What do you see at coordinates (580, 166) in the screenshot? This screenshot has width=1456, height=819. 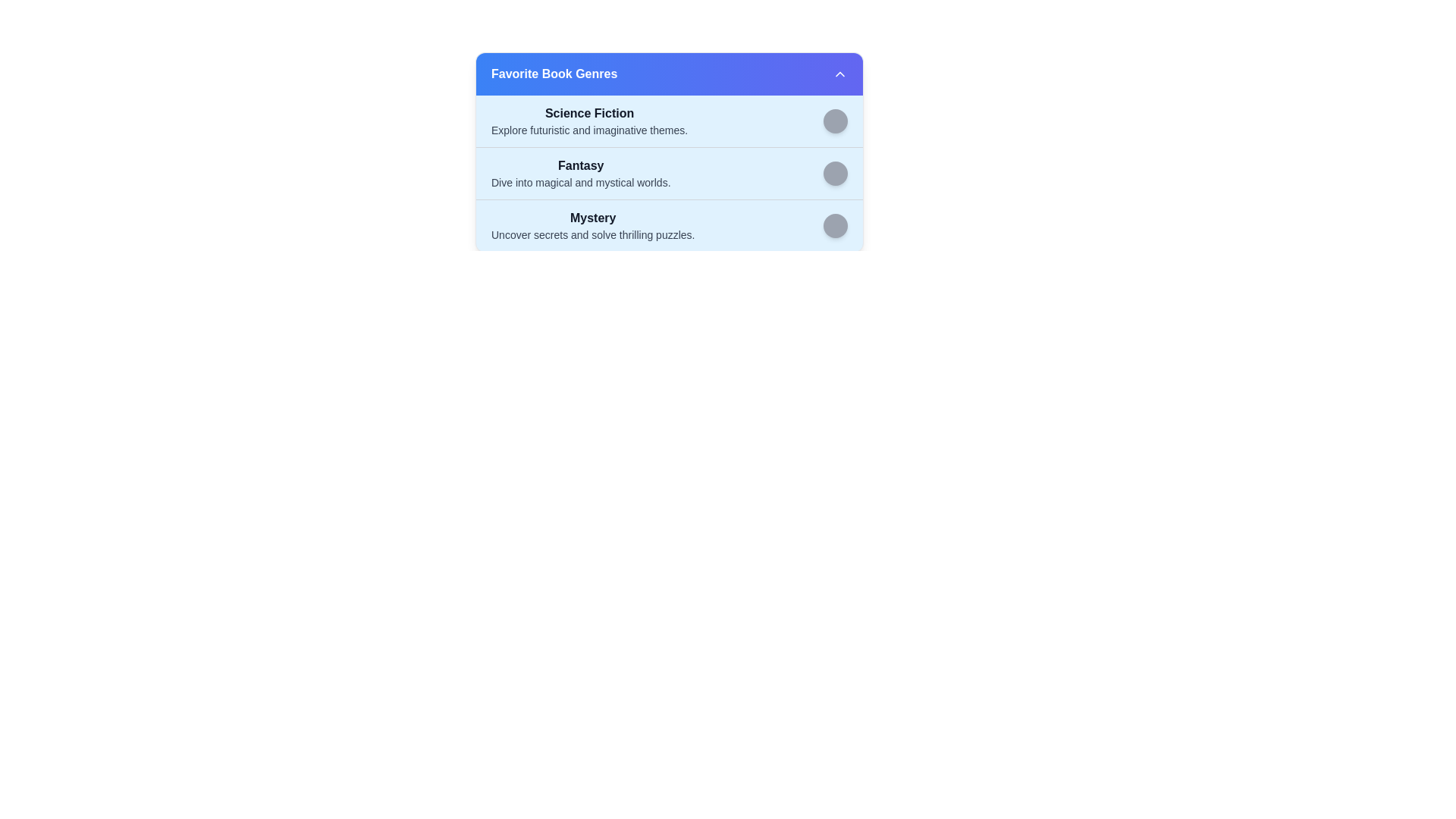 I see `text label identifying the genre category 'Fantasy', which is the second item in a vertical list and is positioned above a descriptive subtitle` at bounding box center [580, 166].